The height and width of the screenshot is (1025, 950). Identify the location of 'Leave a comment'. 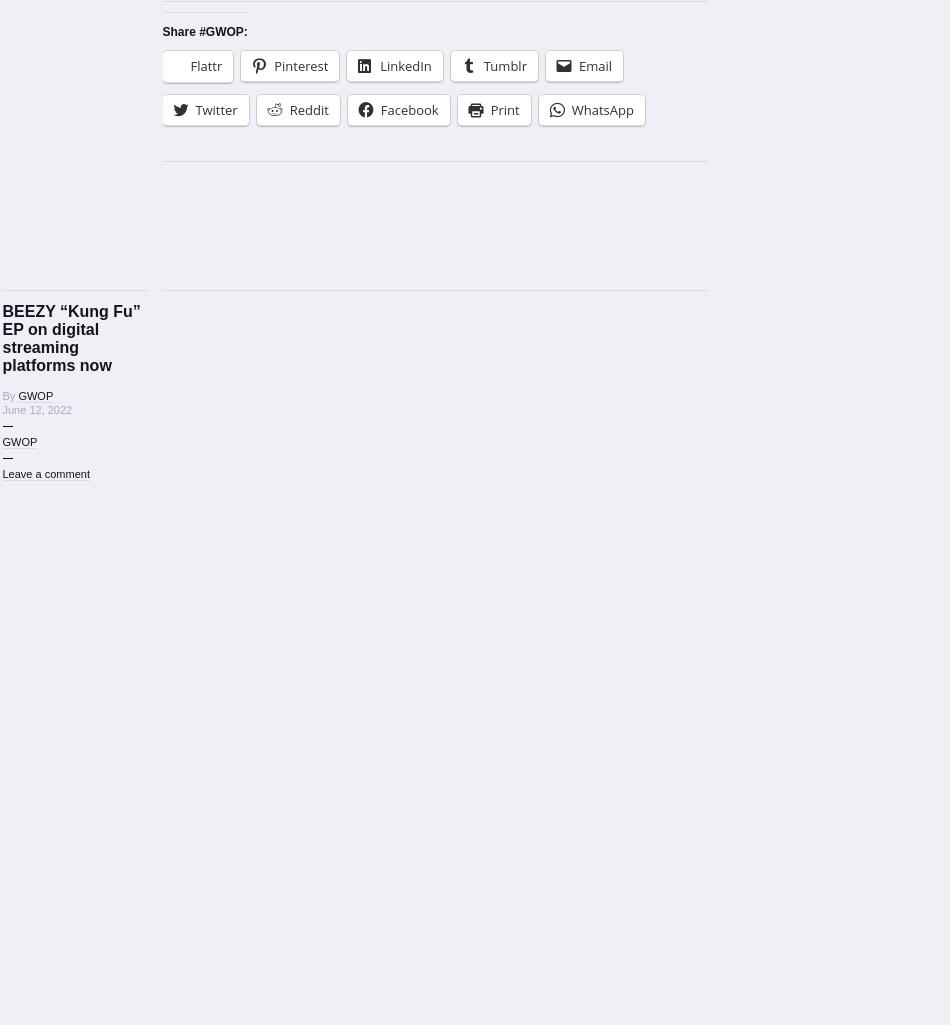
(45, 473).